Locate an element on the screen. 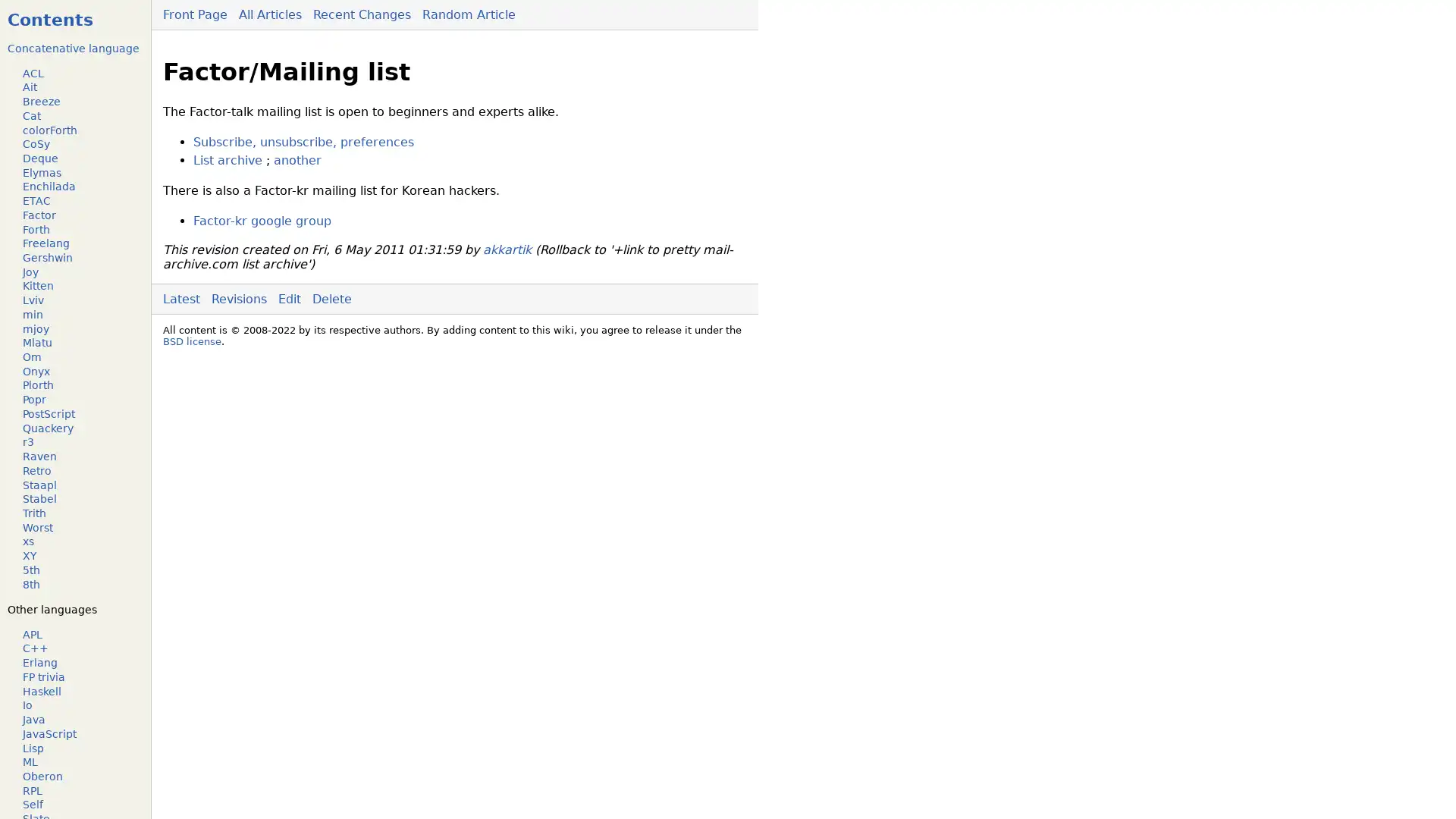 The image size is (1456, 819). Delete is located at coordinates (331, 298).